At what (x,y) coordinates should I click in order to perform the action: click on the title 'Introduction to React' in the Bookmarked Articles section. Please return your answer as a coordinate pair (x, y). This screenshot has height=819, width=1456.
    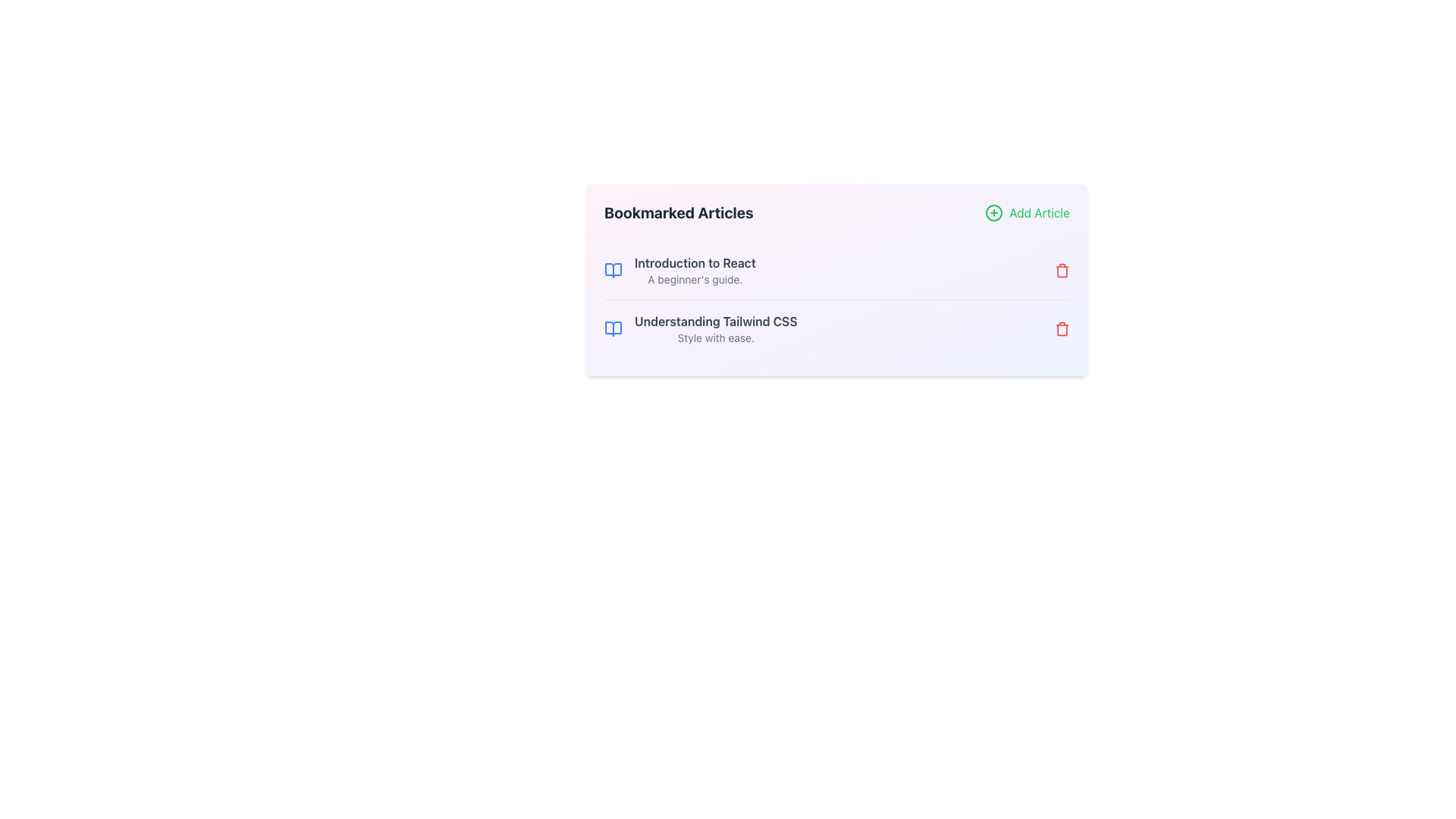
    Looking at the image, I should click on (679, 270).